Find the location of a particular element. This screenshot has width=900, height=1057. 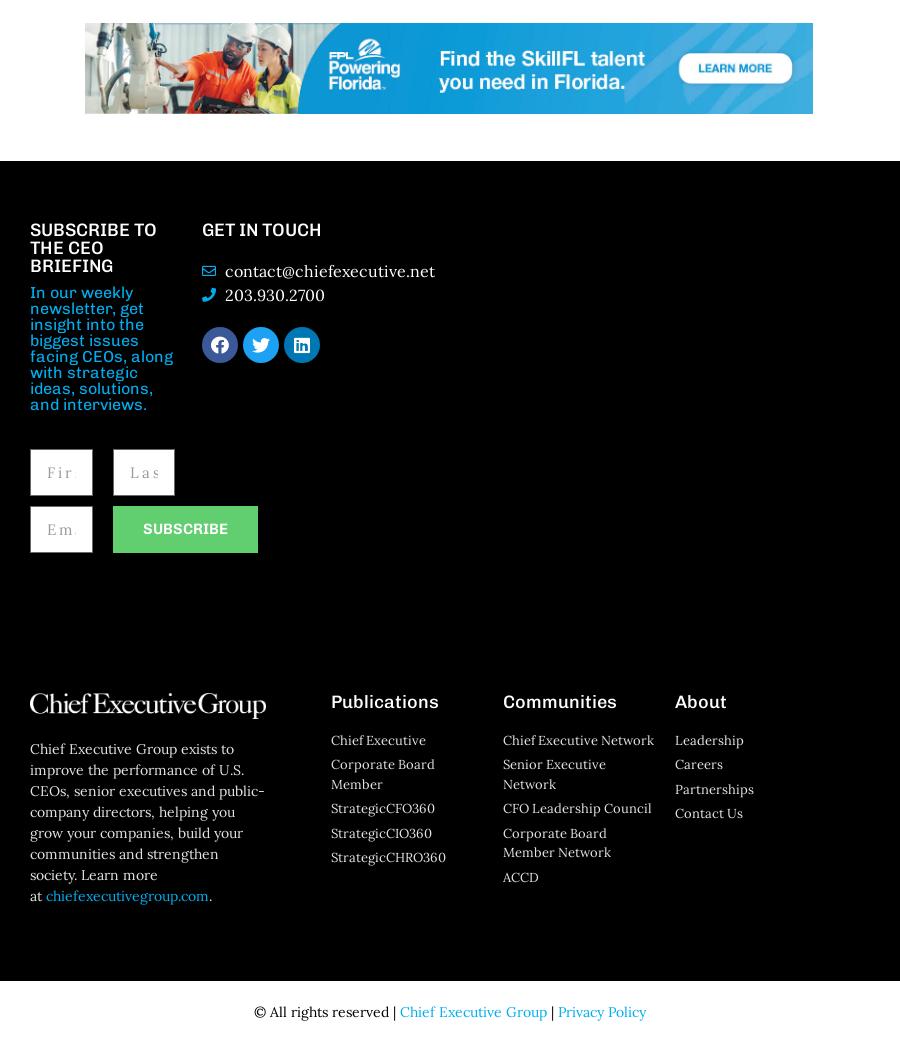

'Partnerships' is located at coordinates (713, 788).